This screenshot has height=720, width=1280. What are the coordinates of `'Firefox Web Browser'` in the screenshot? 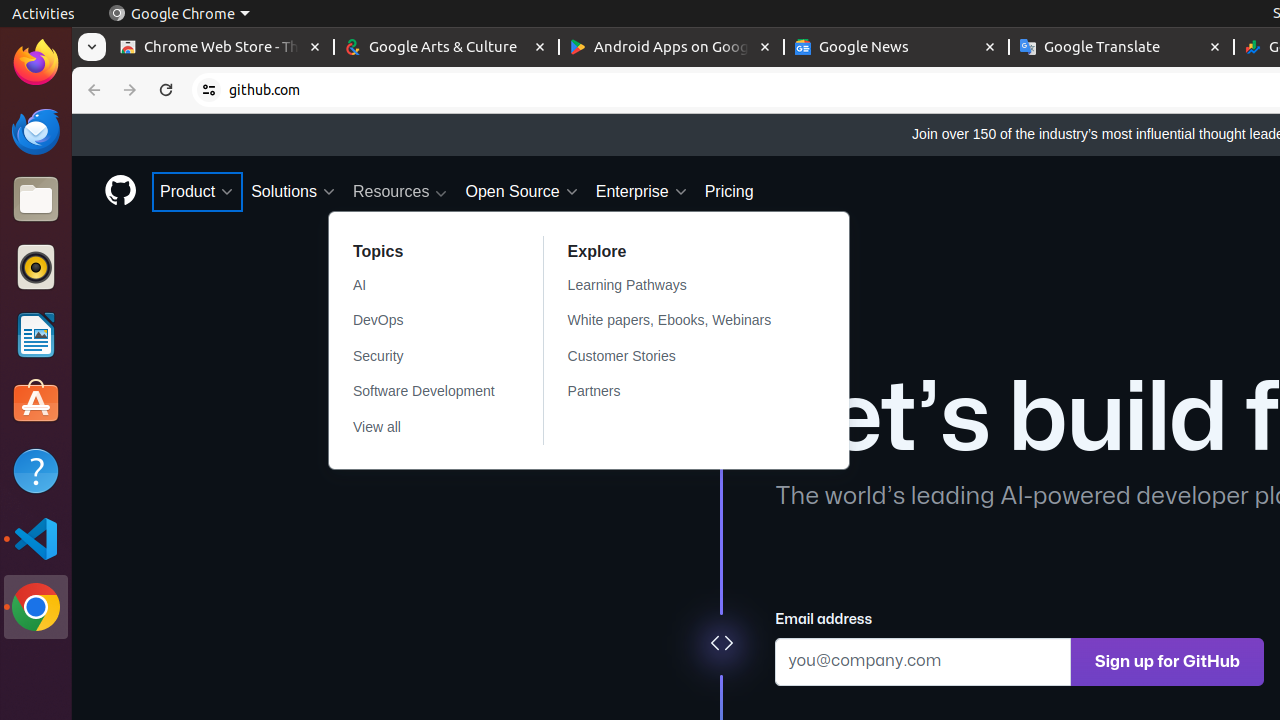 It's located at (35, 61).